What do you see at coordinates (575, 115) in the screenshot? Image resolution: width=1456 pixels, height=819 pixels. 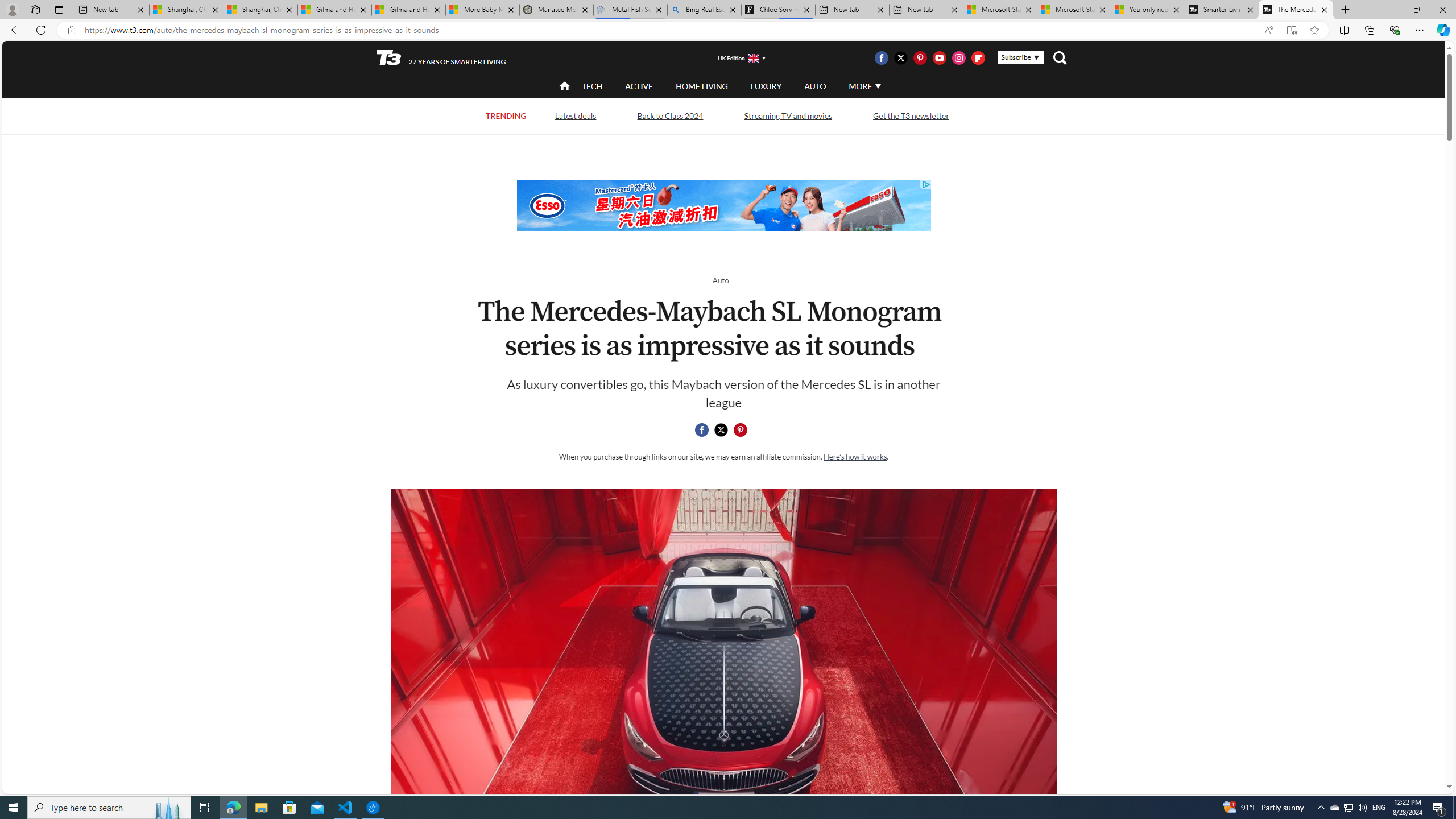 I see `'Latest deals'` at bounding box center [575, 115].